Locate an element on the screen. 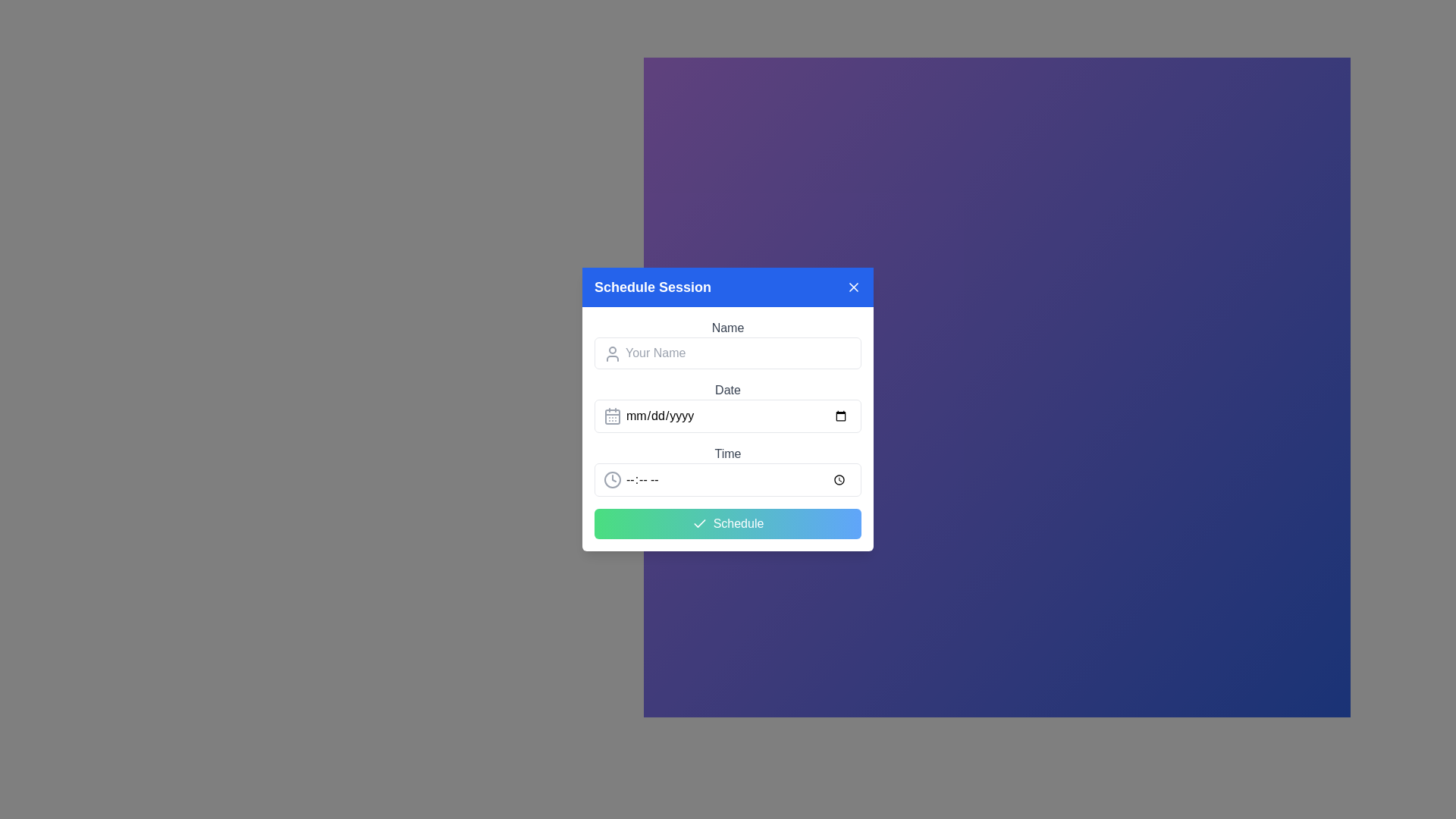 The height and width of the screenshot is (819, 1456). the checkmark icon located within the 'Schedule' button in the dialog box, indicating visual confirmation of an action or its completion is located at coordinates (698, 522).